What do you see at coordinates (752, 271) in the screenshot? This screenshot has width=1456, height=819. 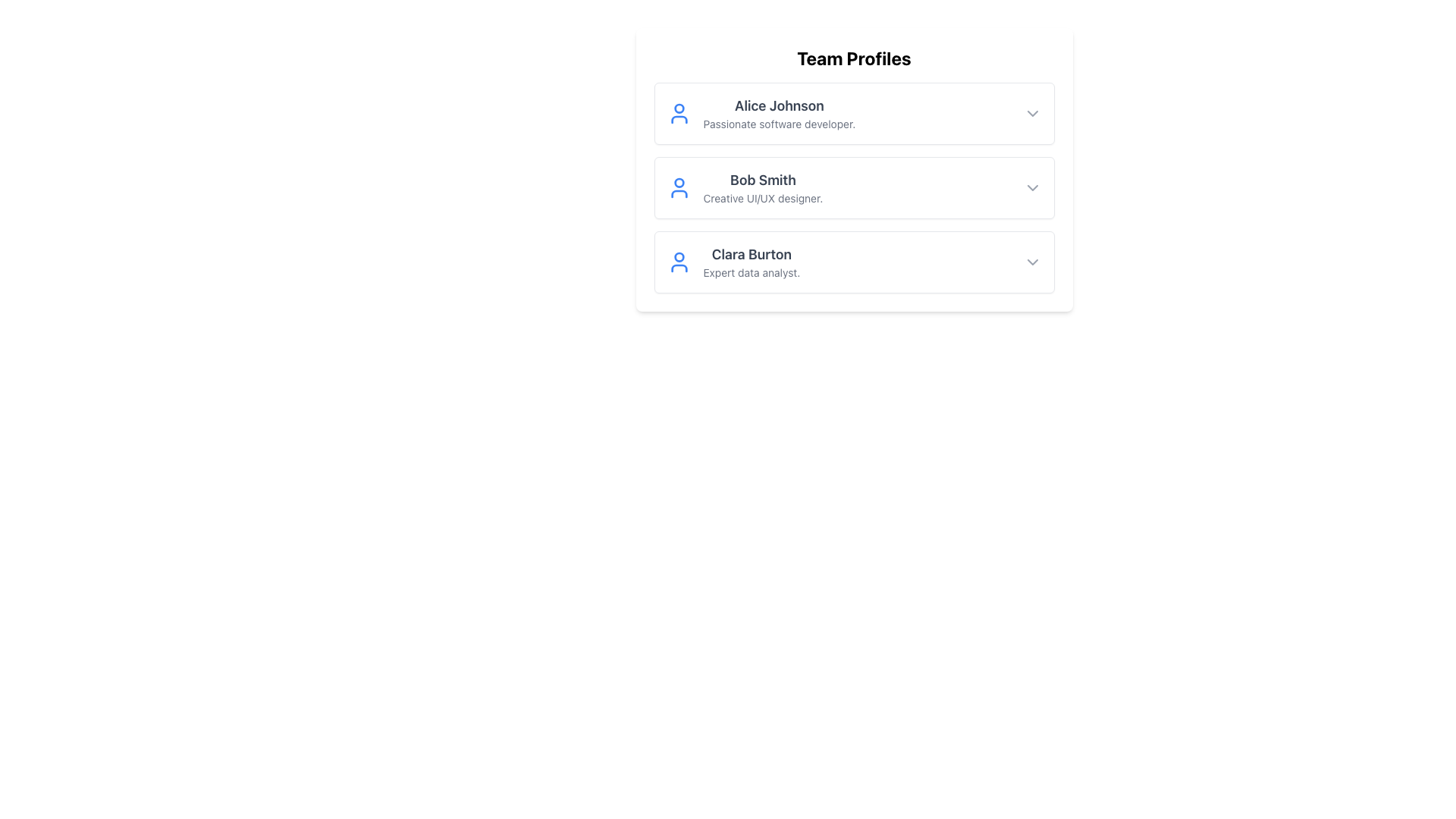 I see `the text label displaying 'Expert data analyst.' located beneath 'Clara Burton' in the 'Team Profiles' section` at bounding box center [752, 271].